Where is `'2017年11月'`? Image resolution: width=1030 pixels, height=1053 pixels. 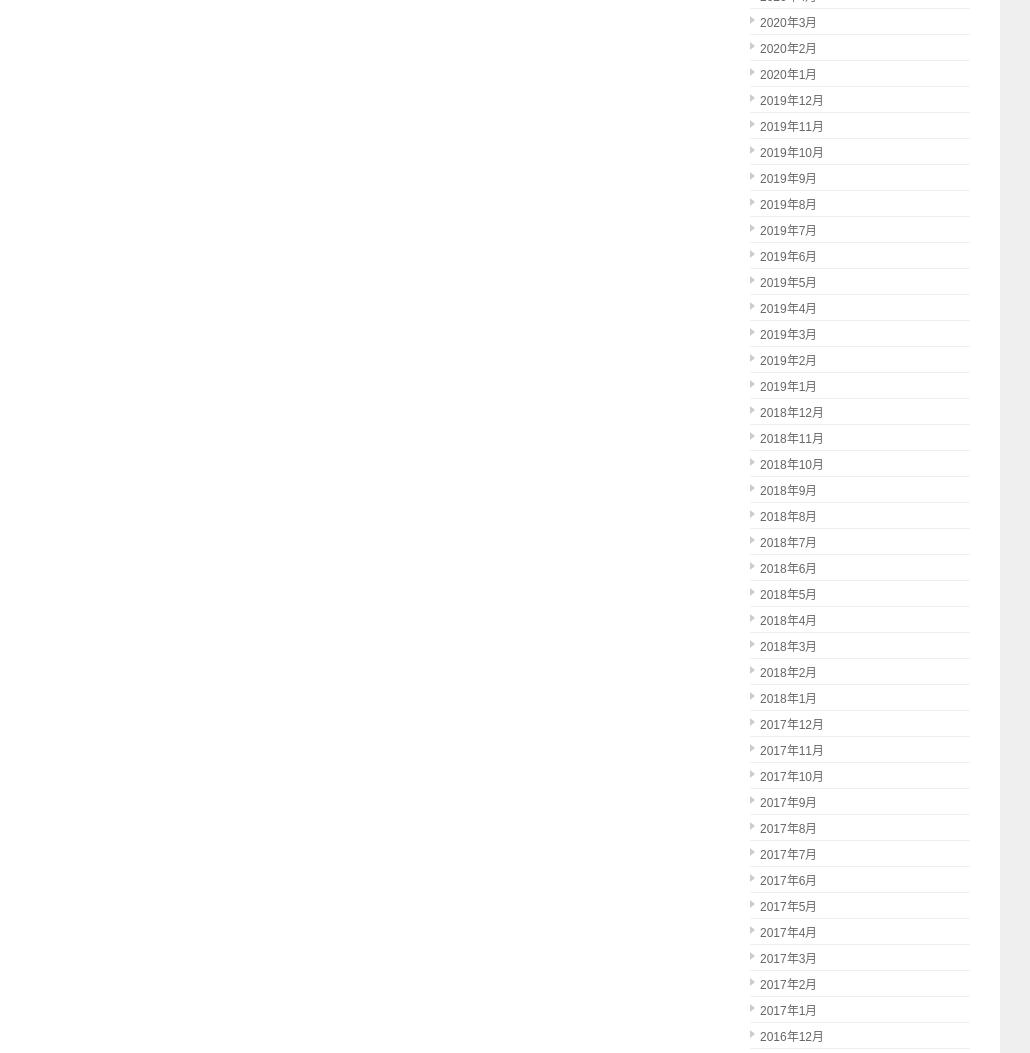 '2017年11月' is located at coordinates (790, 749).